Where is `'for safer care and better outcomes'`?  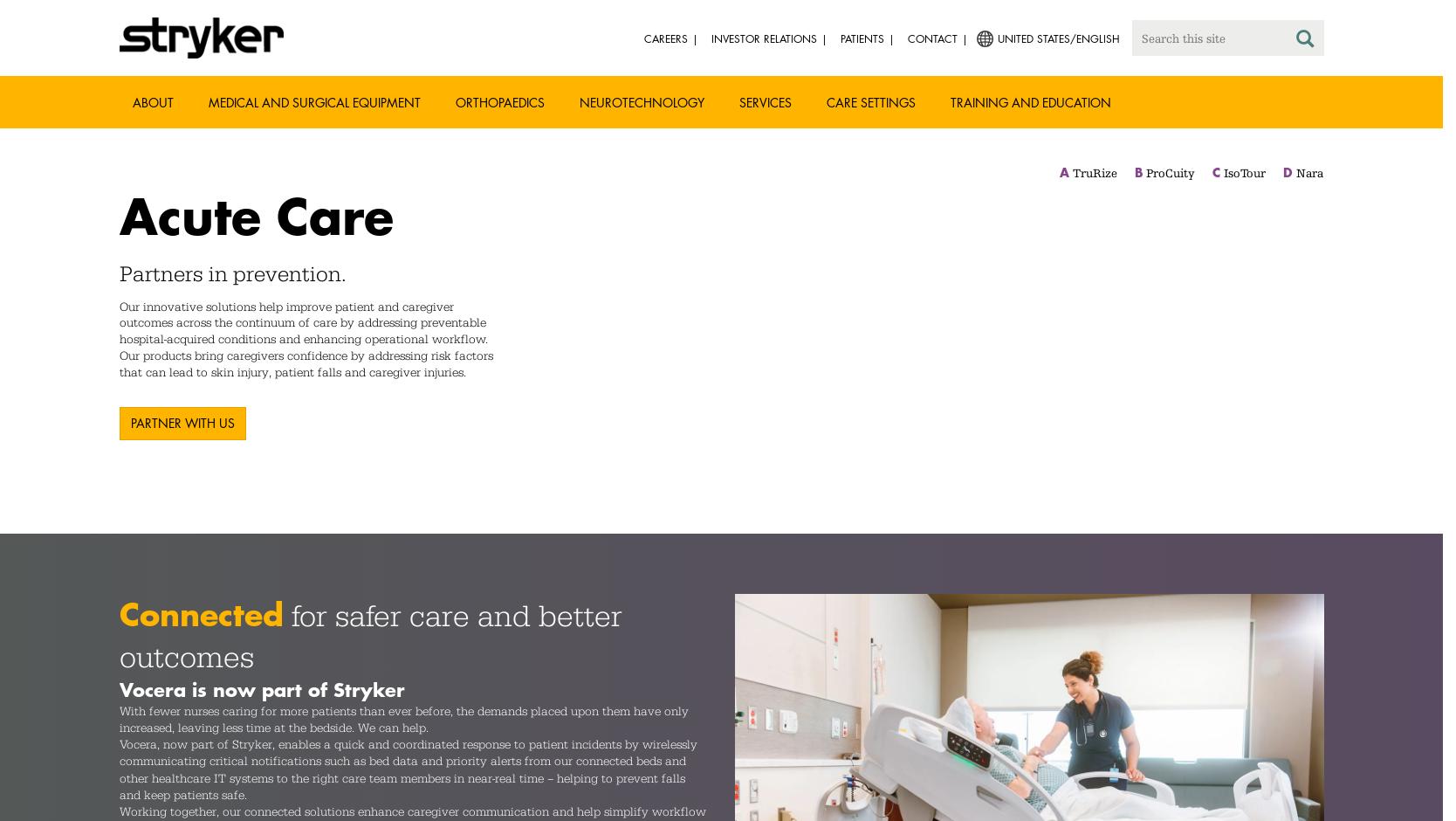
'for safer care and better outcomes' is located at coordinates (370, 636).